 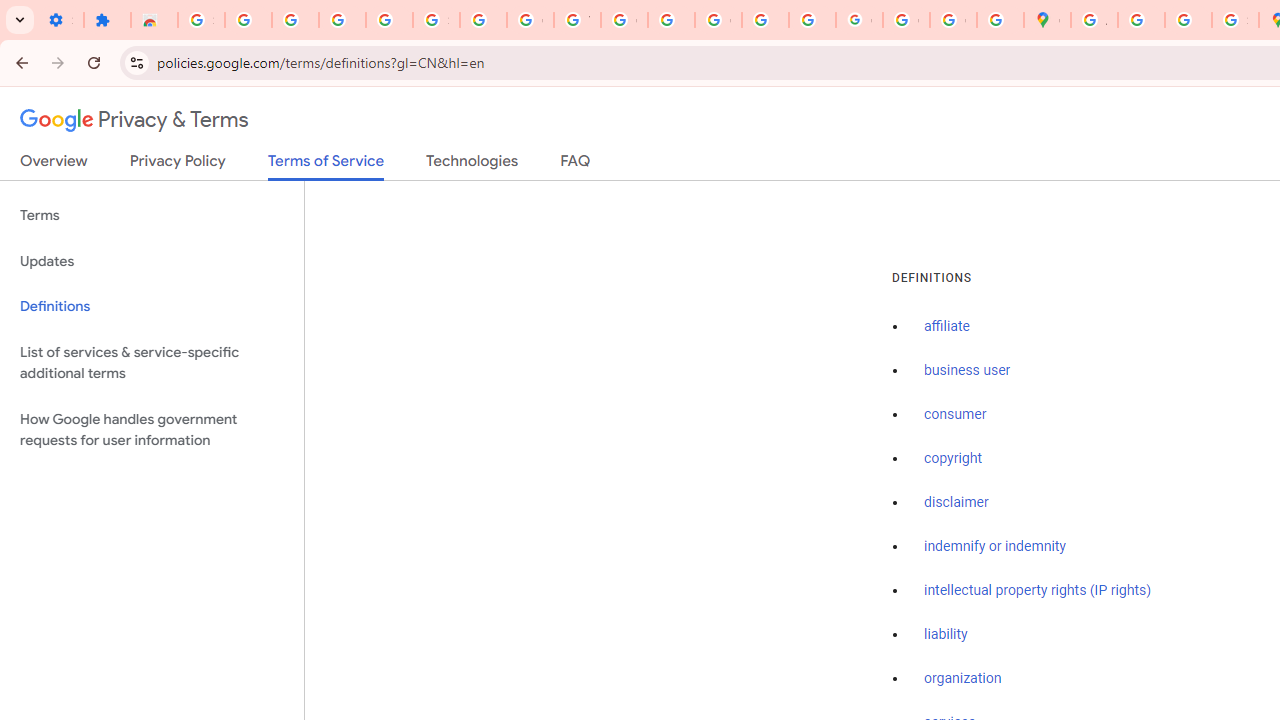 I want to click on 'YouTube', so click(x=576, y=20).